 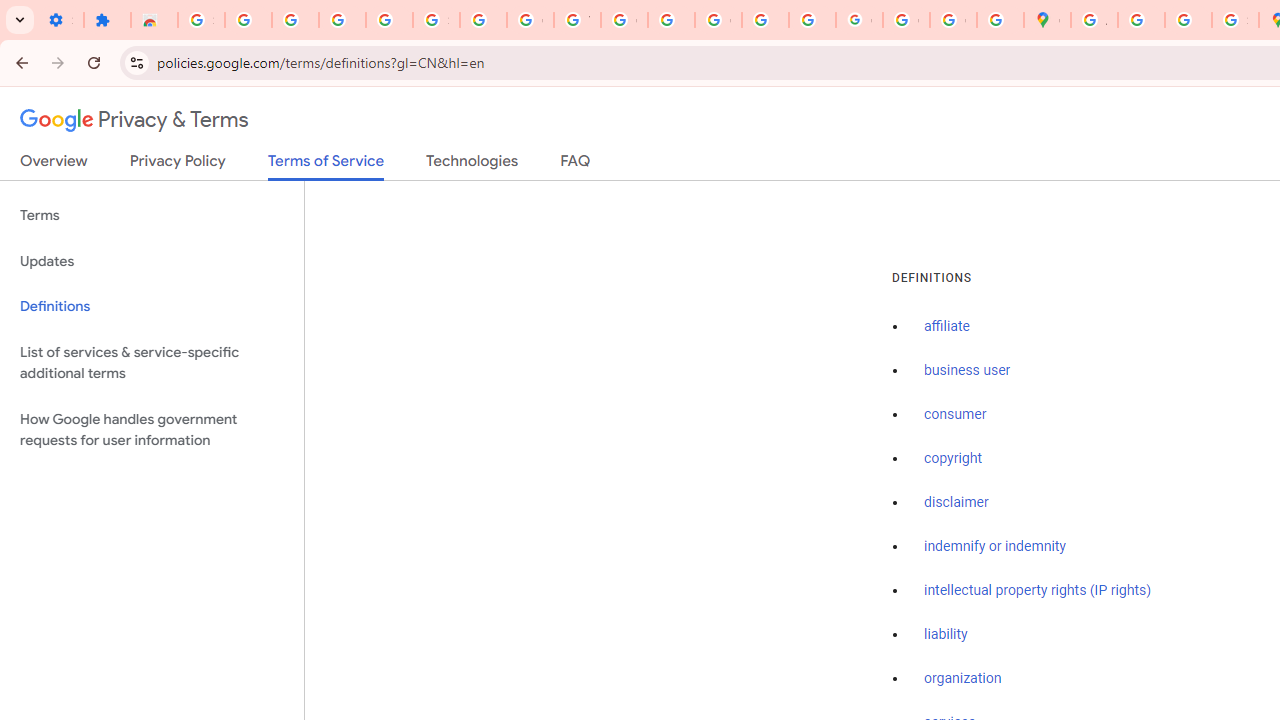 I want to click on 'YouTube', so click(x=576, y=20).